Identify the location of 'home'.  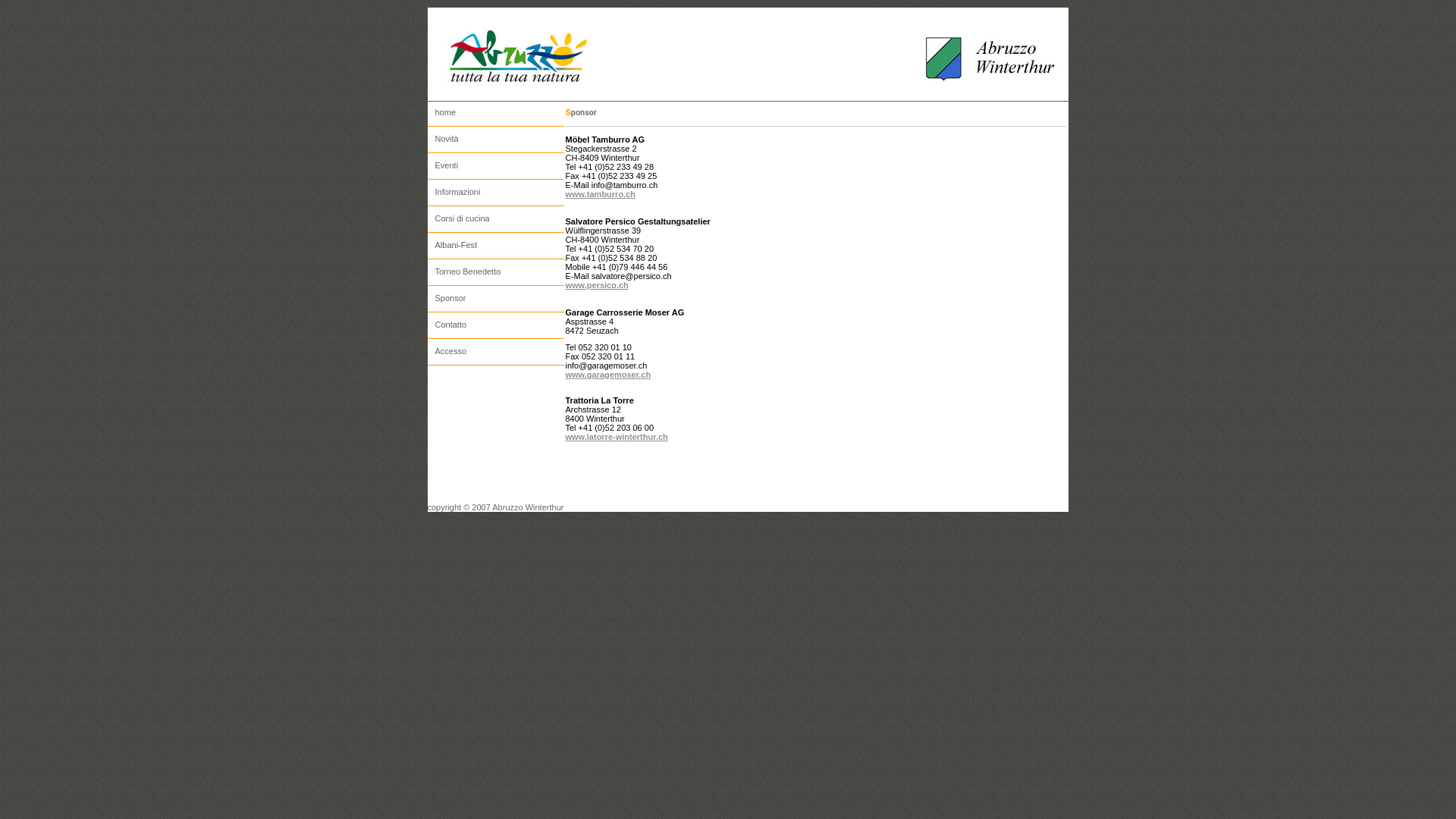
(495, 113).